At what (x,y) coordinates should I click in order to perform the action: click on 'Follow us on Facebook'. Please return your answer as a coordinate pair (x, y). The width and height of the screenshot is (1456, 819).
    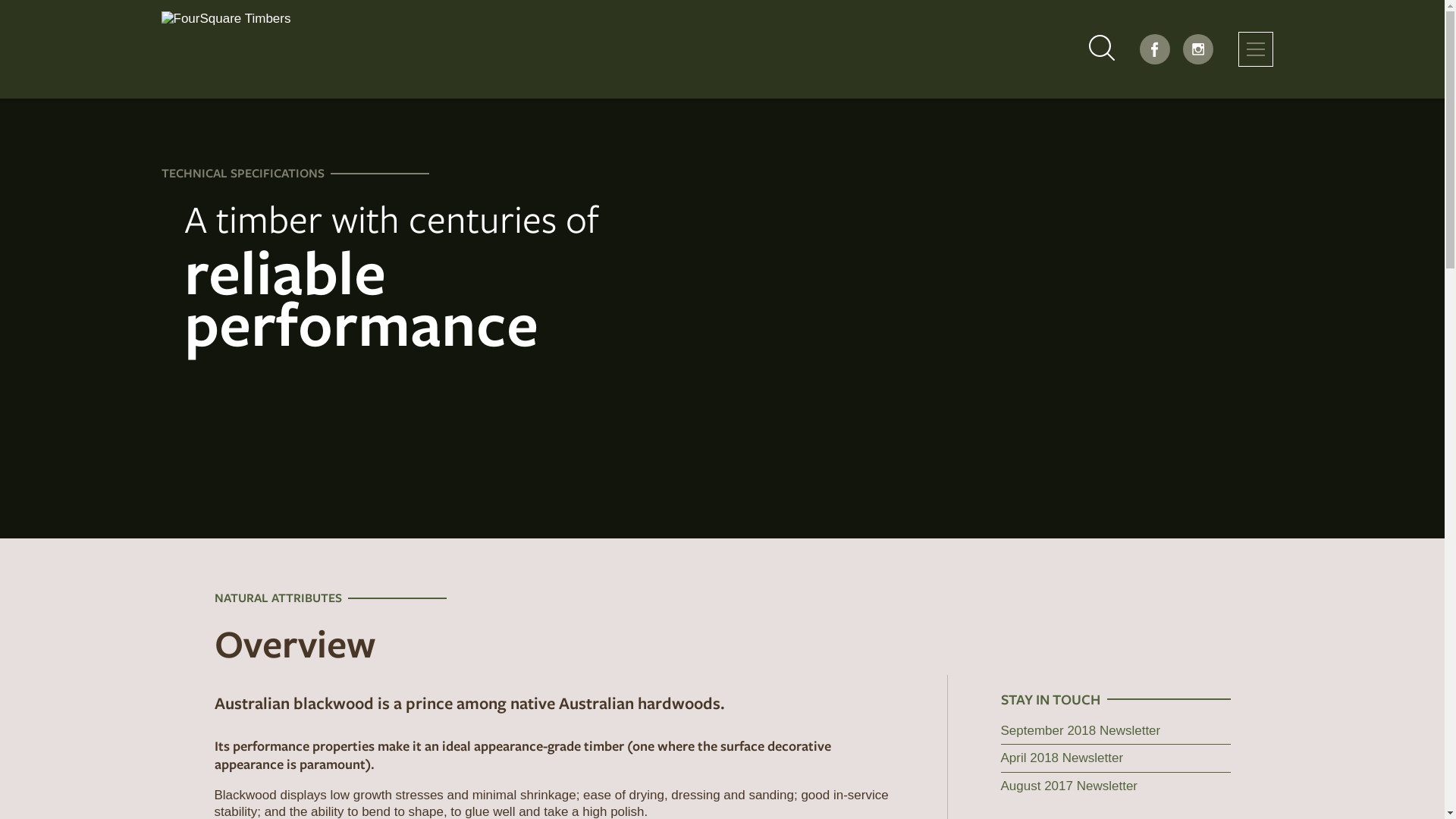
    Looking at the image, I should click on (1153, 49).